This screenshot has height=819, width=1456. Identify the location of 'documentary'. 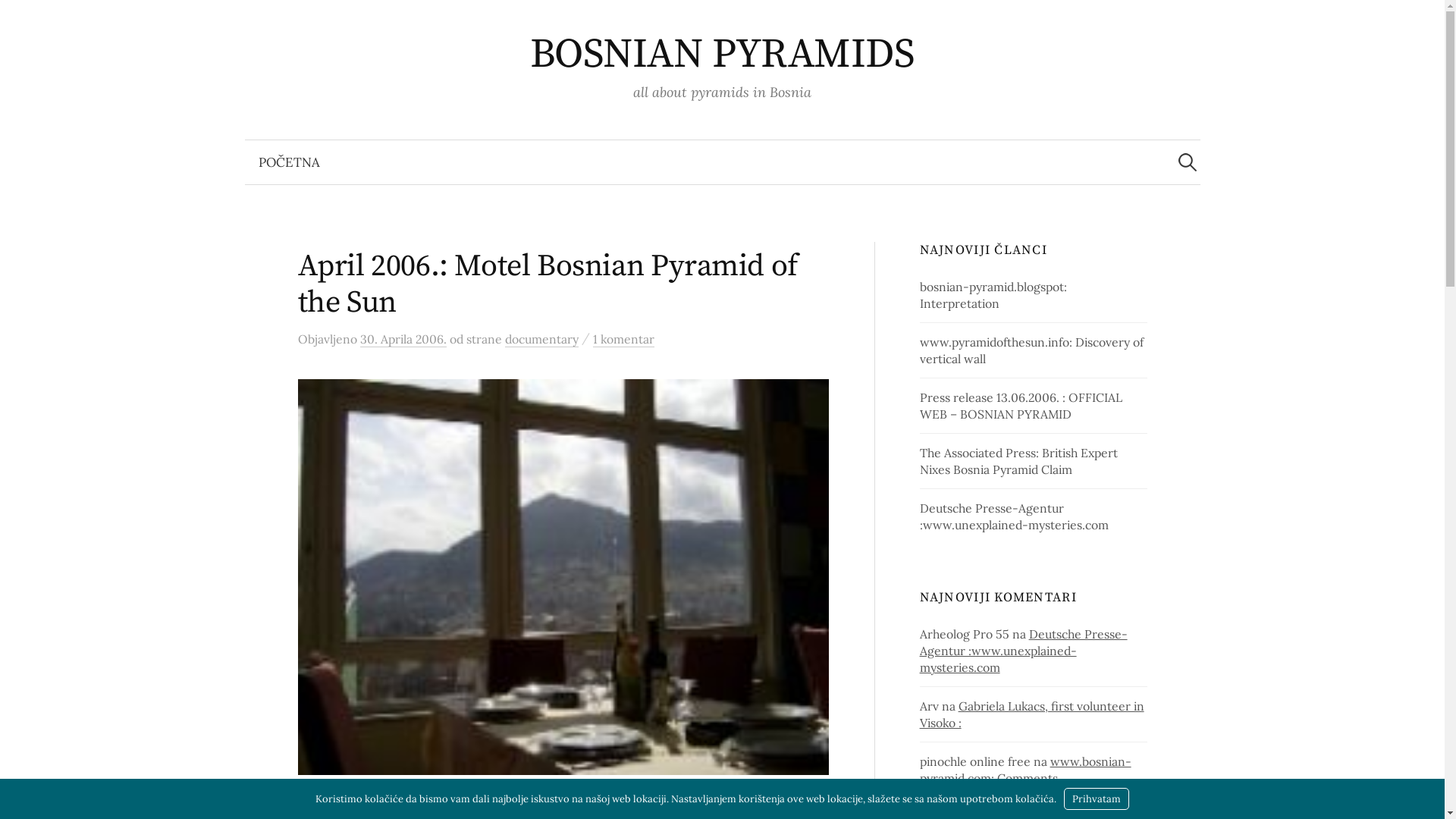
(505, 338).